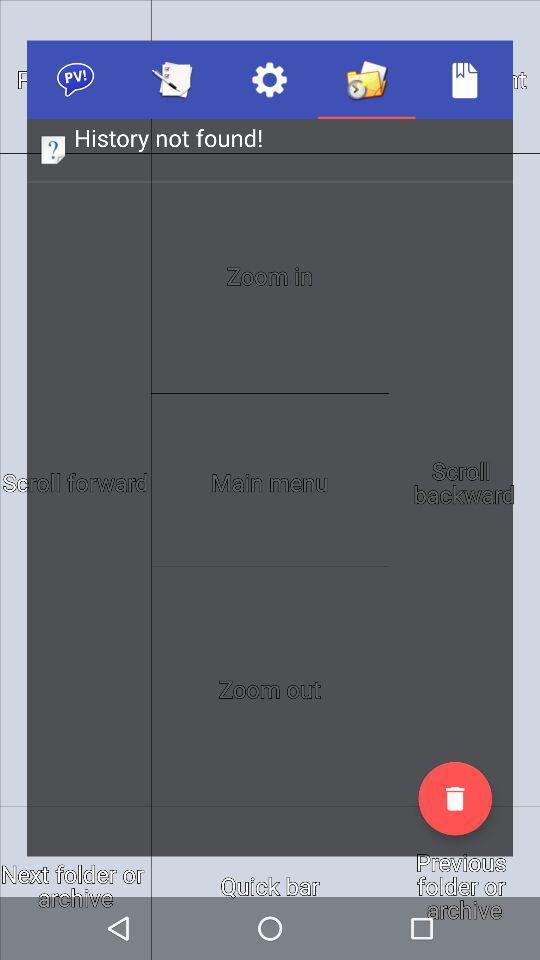  Describe the element at coordinates (455, 798) in the screenshot. I see `delete button` at that location.